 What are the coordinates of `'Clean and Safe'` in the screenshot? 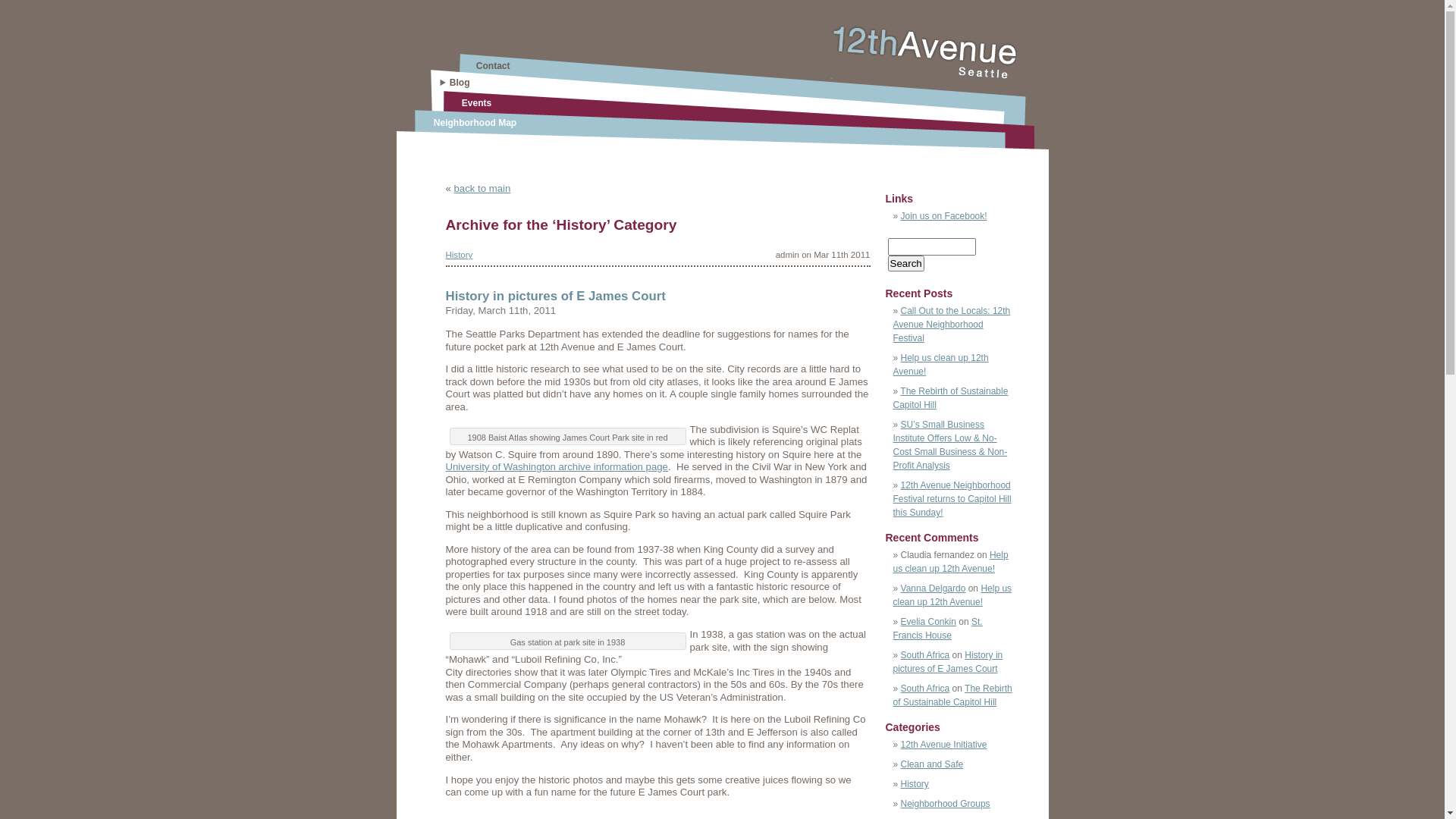 It's located at (931, 764).